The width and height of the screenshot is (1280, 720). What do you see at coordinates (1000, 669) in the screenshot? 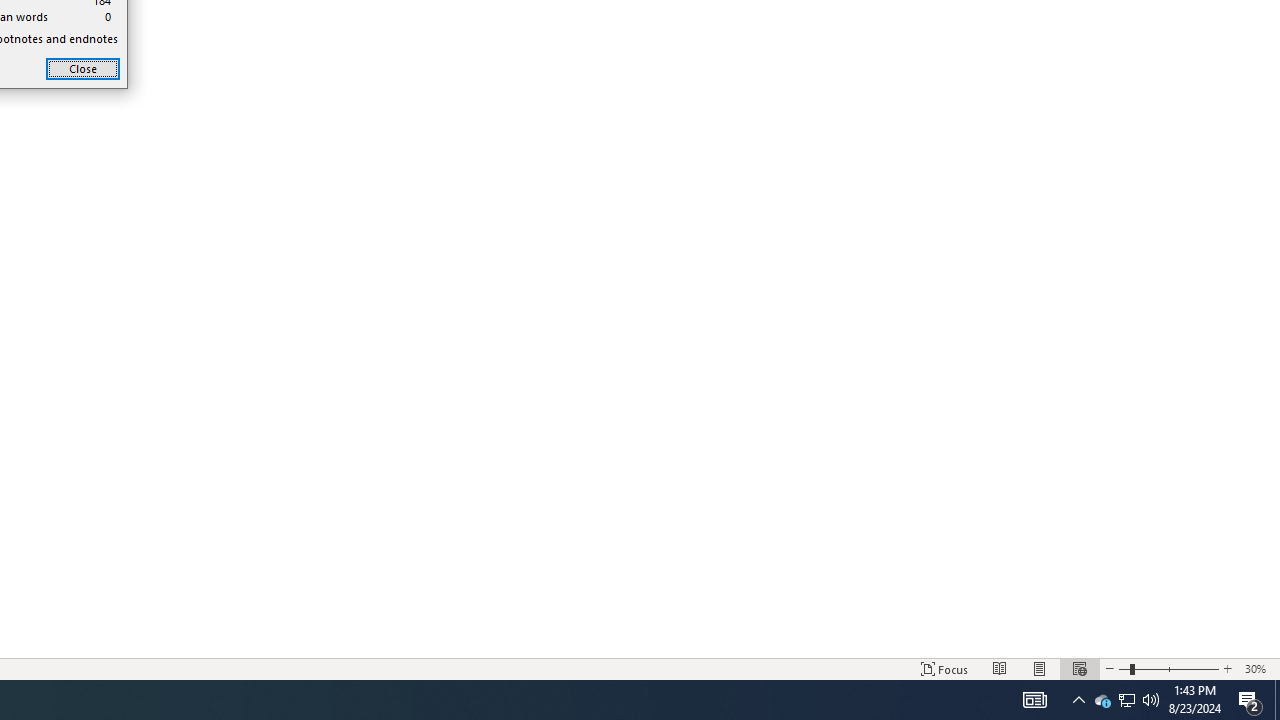
I see `'Read Mode'` at bounding box center [1000, 669].